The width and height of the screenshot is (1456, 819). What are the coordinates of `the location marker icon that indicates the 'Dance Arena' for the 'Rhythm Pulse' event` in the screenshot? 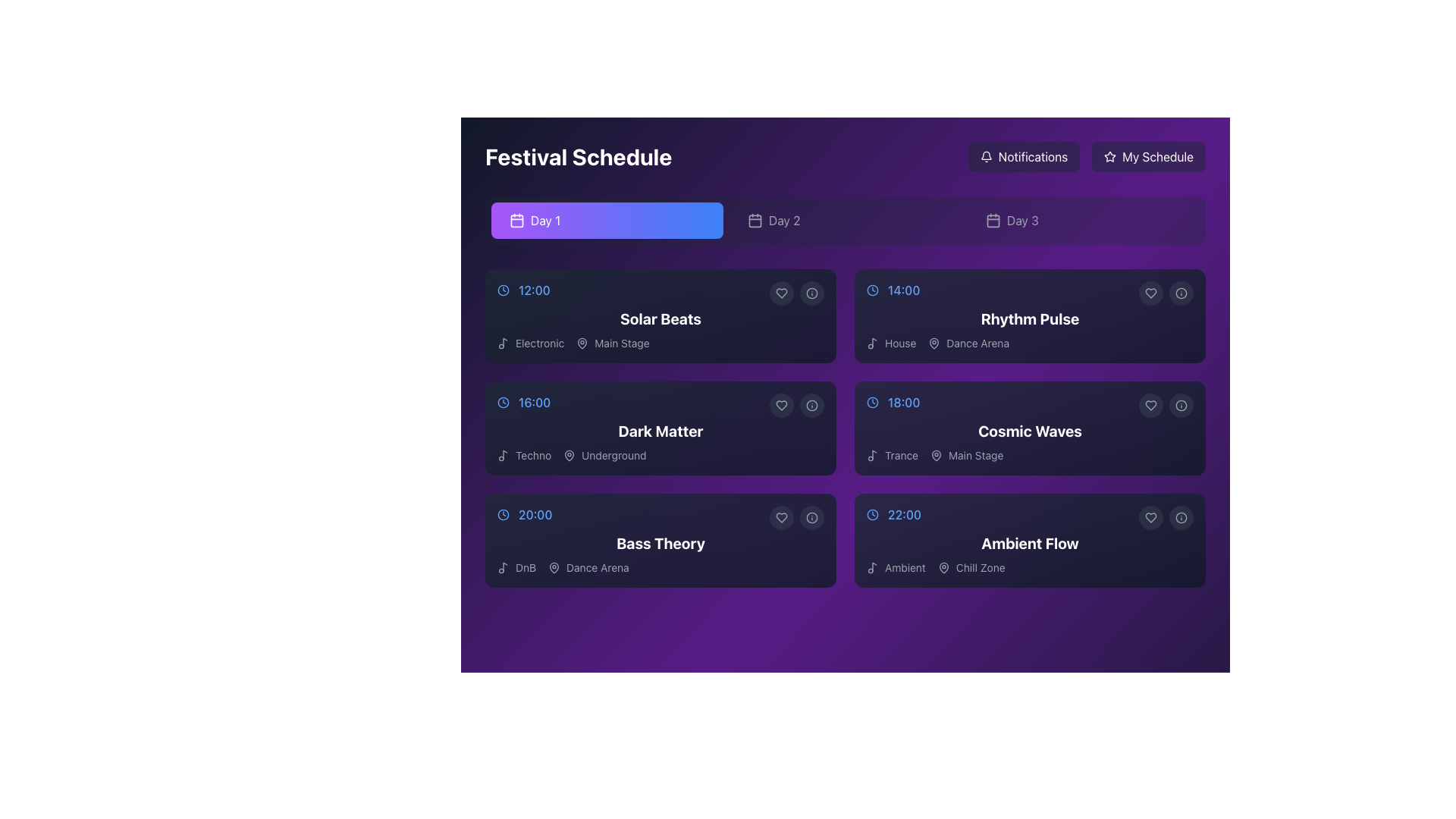 It's located at (934, 343).